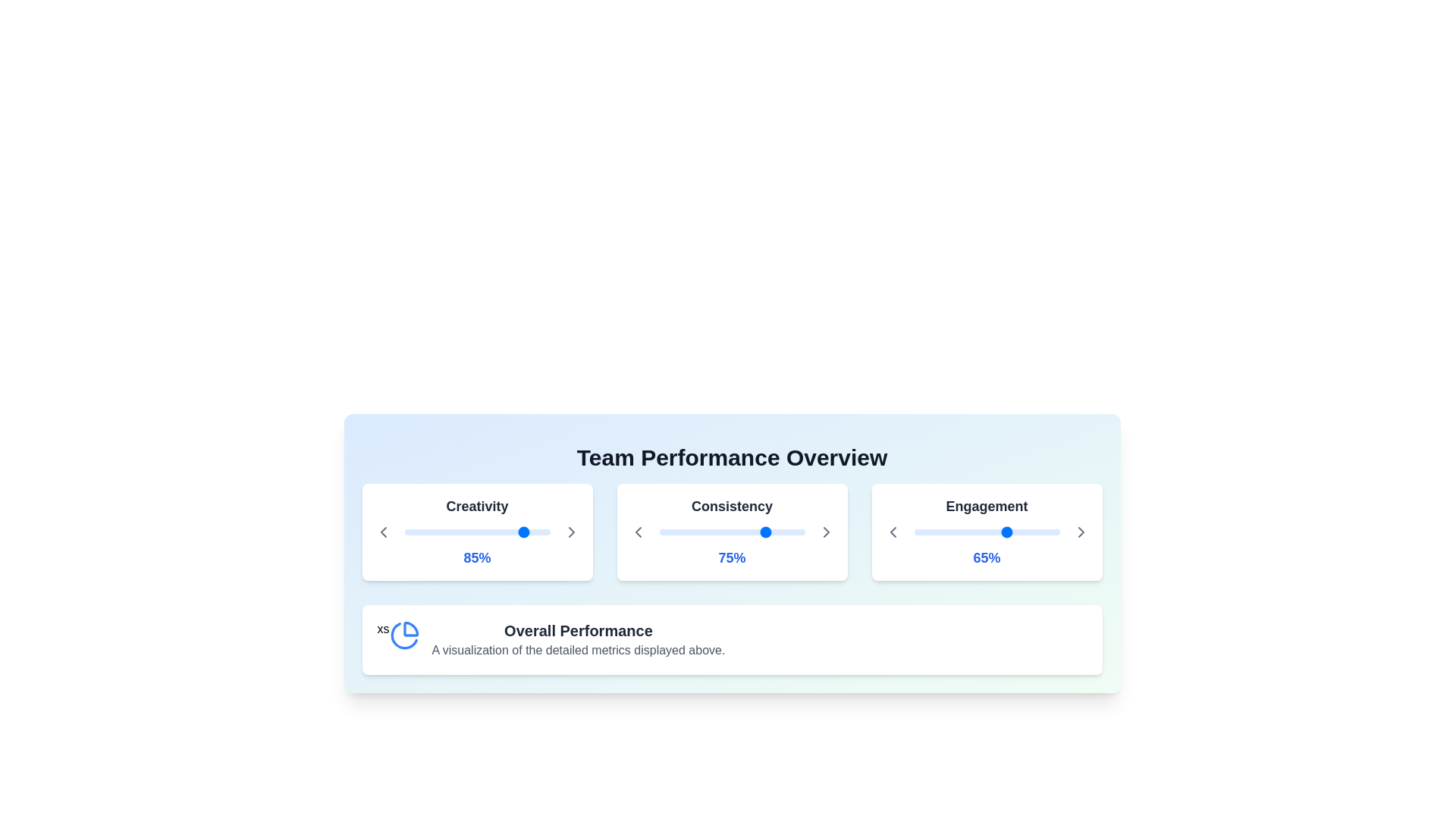  Describe the element at coordinates (669, 532) in the screenshot. I see `the consistency score` at that location.